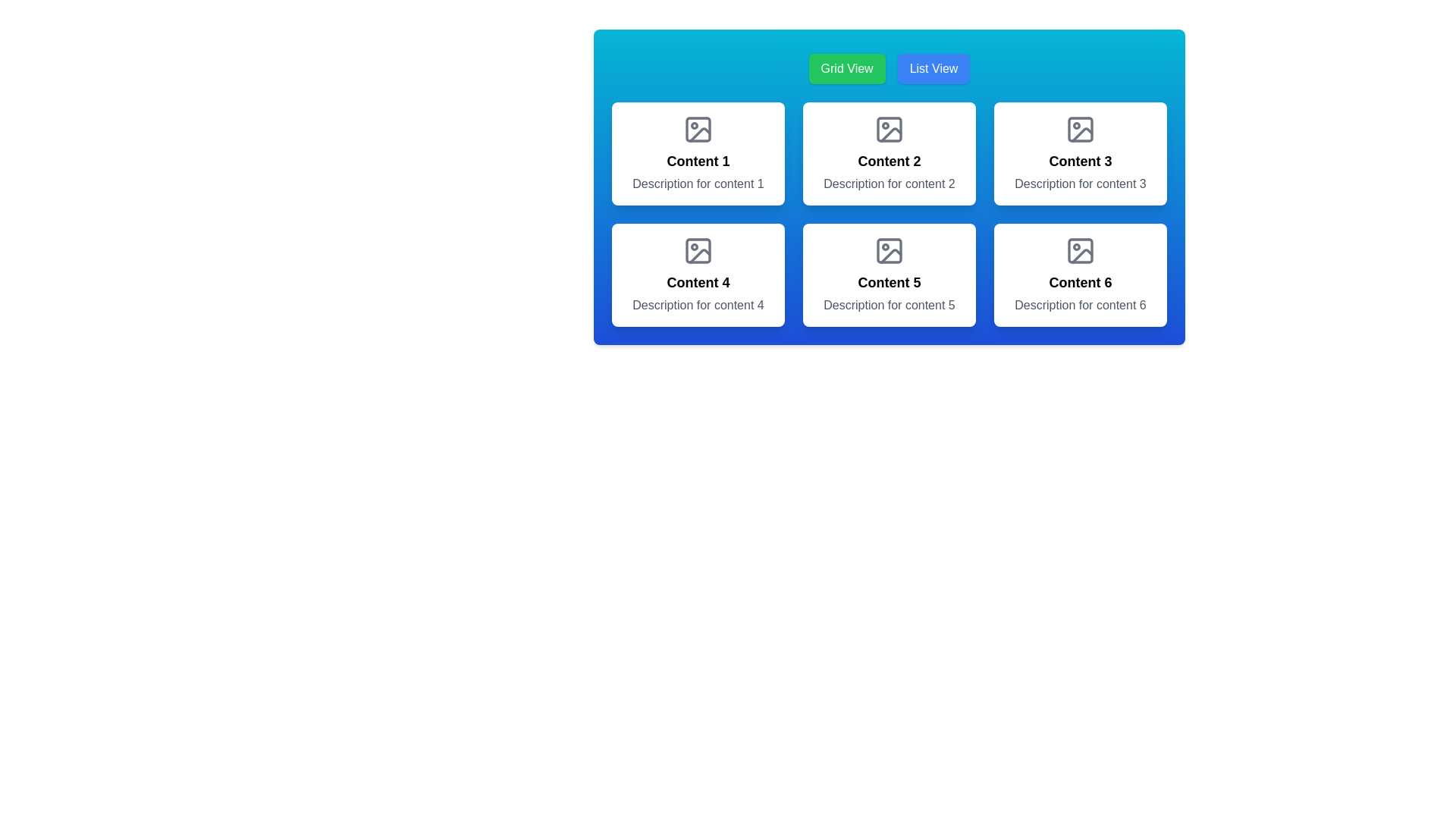 This screenshot has width=1456, height=819. What do you see at coordinates (698, 275) in the screenshot?
I see `the fourth card in the 3x2 grid layout that represents 'Content 4'` at bounding box center [698, 275].